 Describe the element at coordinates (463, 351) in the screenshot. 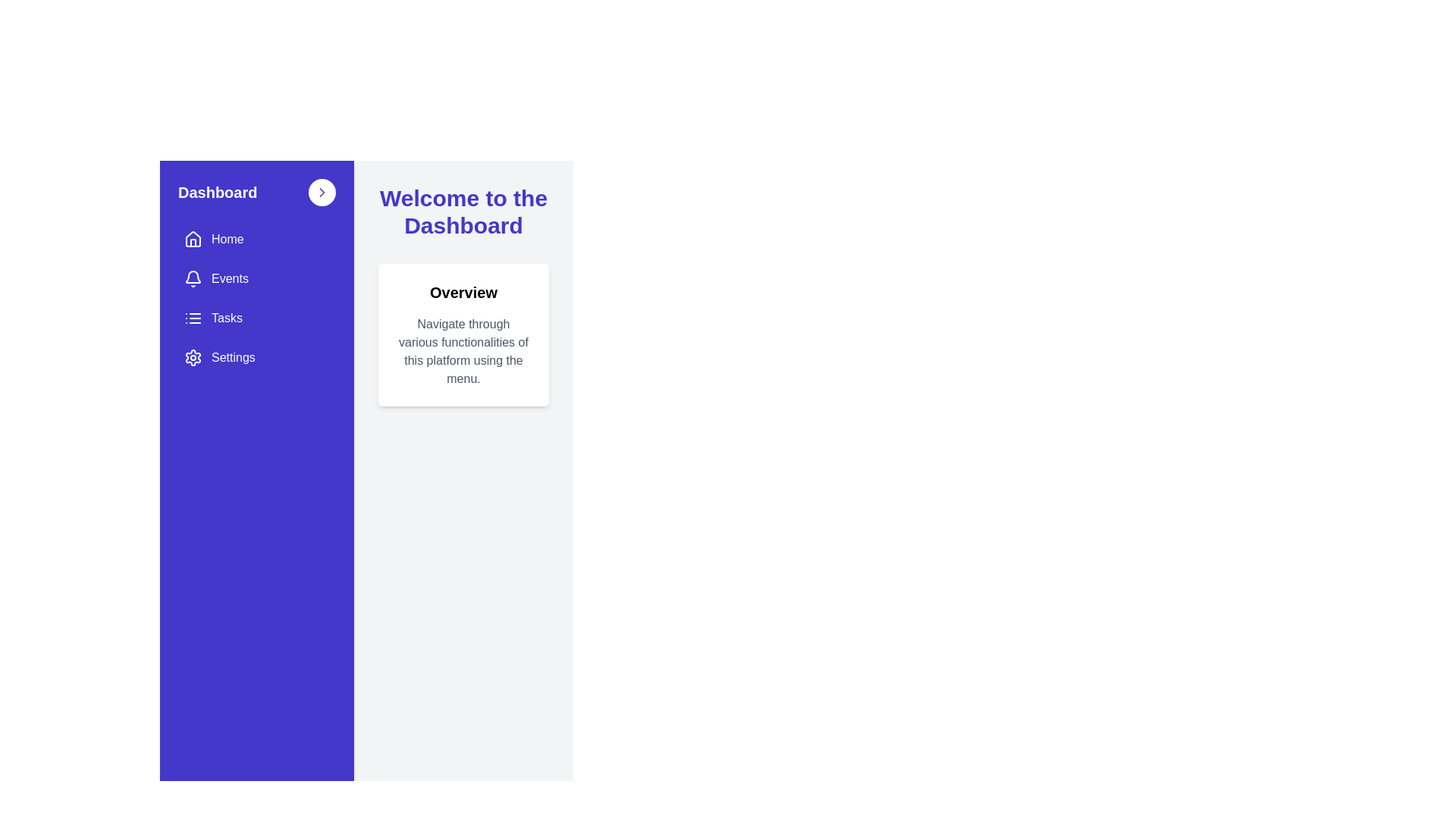

I see `text element styled in medium gray font stating: 'Navigate through various functionalities of this platform using the menu.' This text is located within a white card below the bold-heading 'Overview'` at that location.